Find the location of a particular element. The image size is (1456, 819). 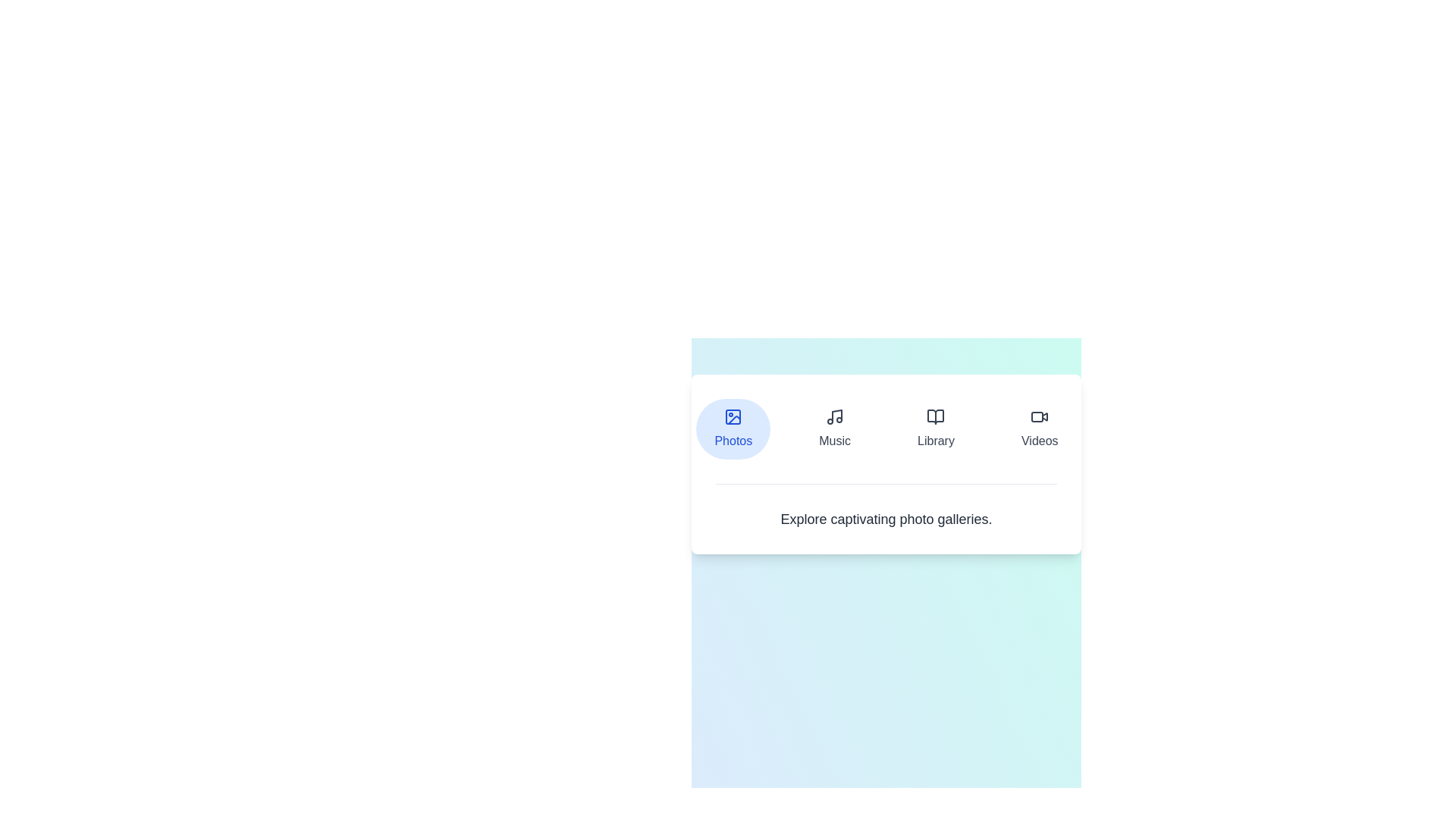

the first icon in the navigation options labeled 'Photos', which is a photograph icon with rounded corners and minimalist design, located at the top-left corner of the blue-shaded card interface is located at coordinates (733, 417).